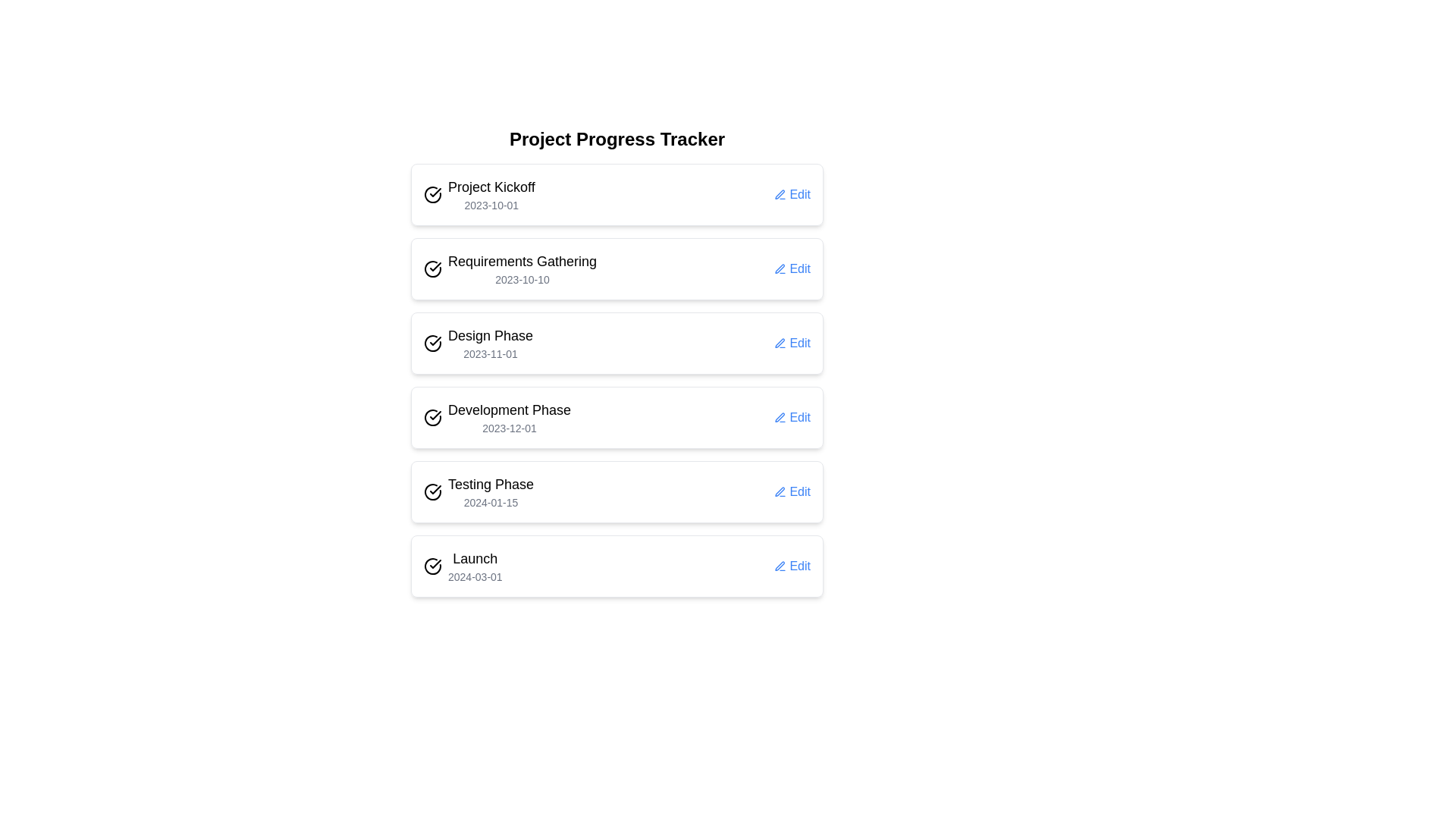  Describe the element at coordinates (792, 194) in the screenshot. I see `the 'Edit' button, which is a blue text label with an underline on hover and a pen icon, located on the right side of the first item in the project tasks list` at that location.